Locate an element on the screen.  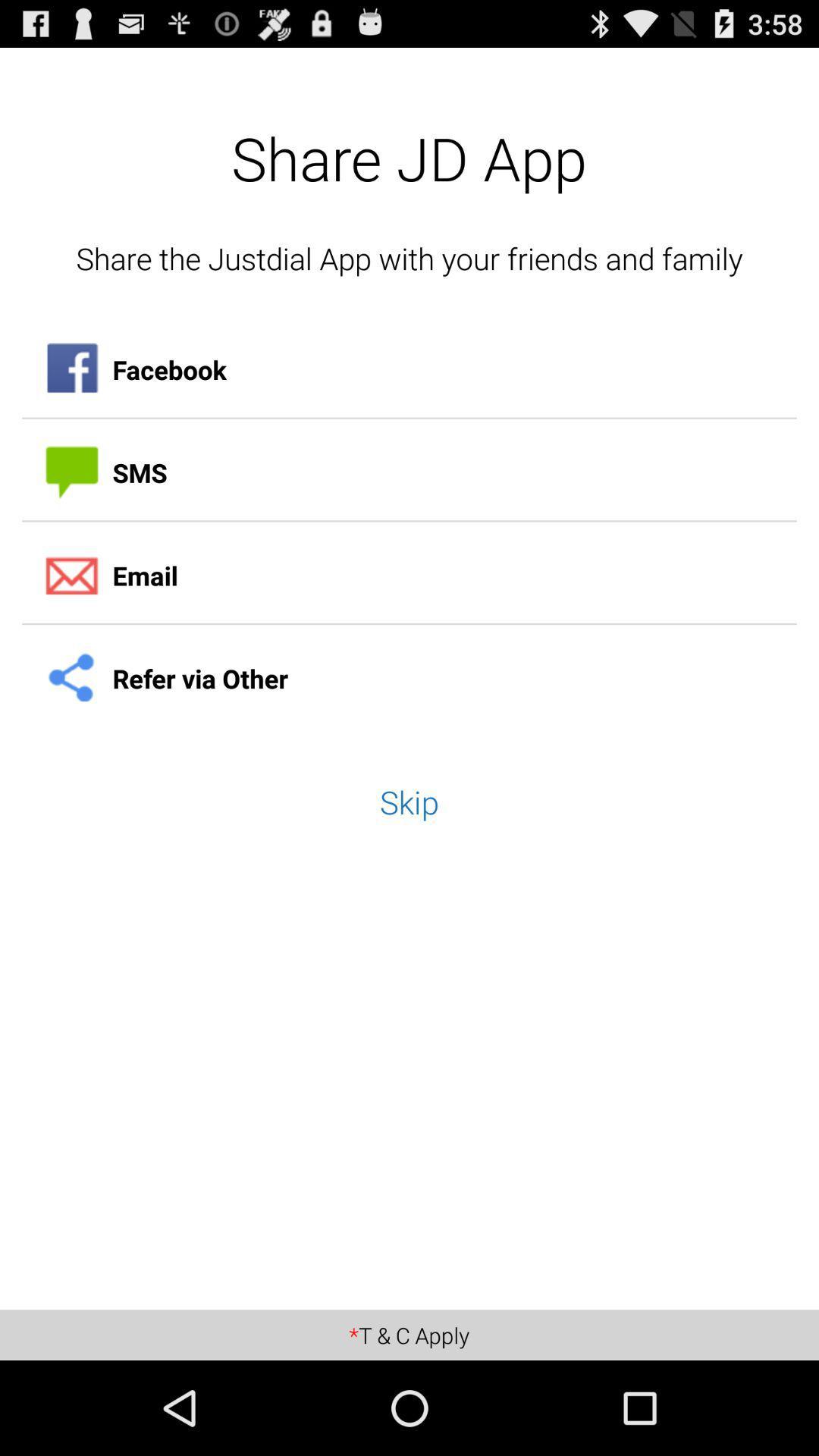
skip item is located at coordinates (409, 801).